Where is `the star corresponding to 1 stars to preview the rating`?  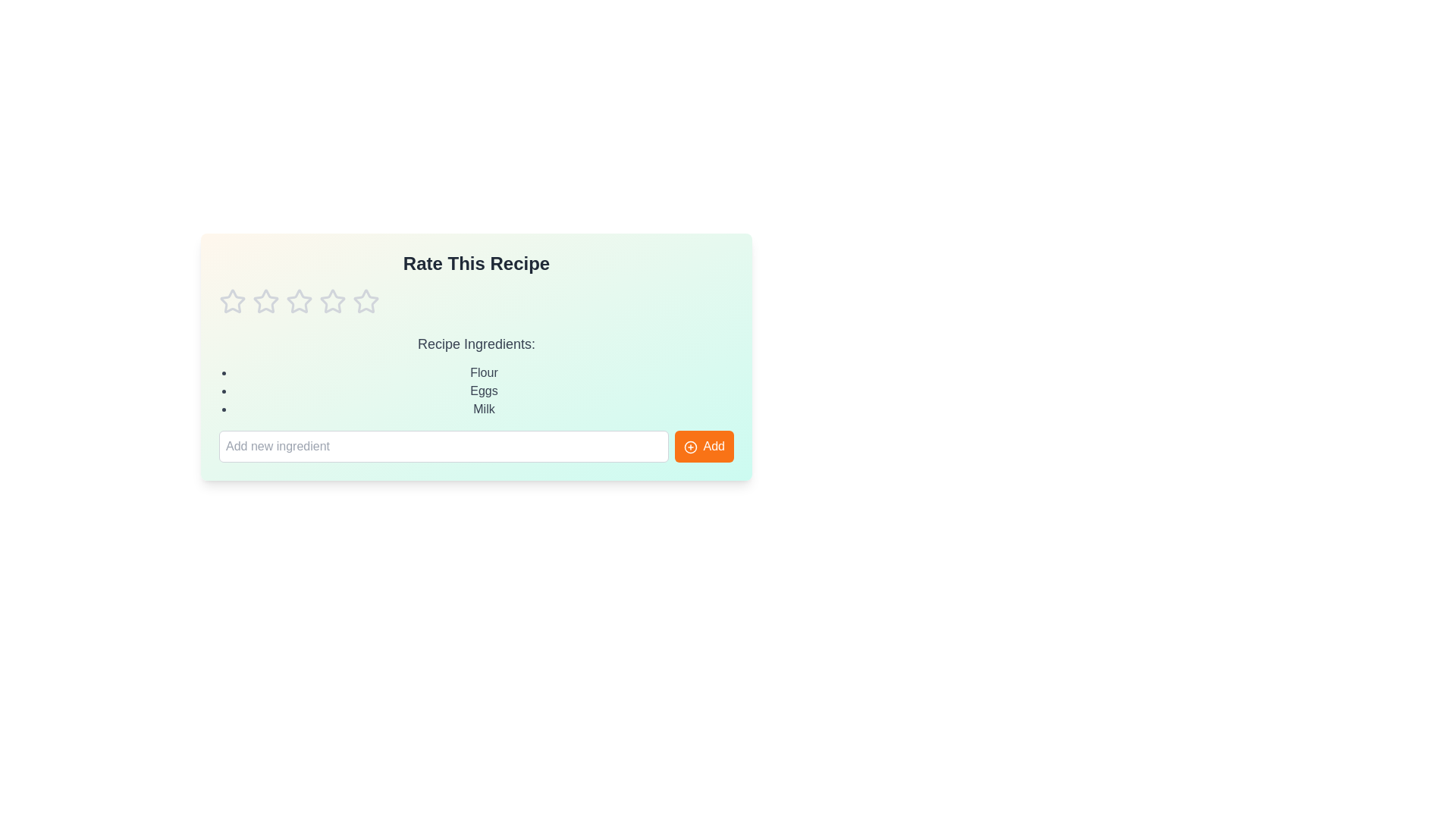
the star corresponding to 1 stars to preview the rating is located at coordinates (232, 301).